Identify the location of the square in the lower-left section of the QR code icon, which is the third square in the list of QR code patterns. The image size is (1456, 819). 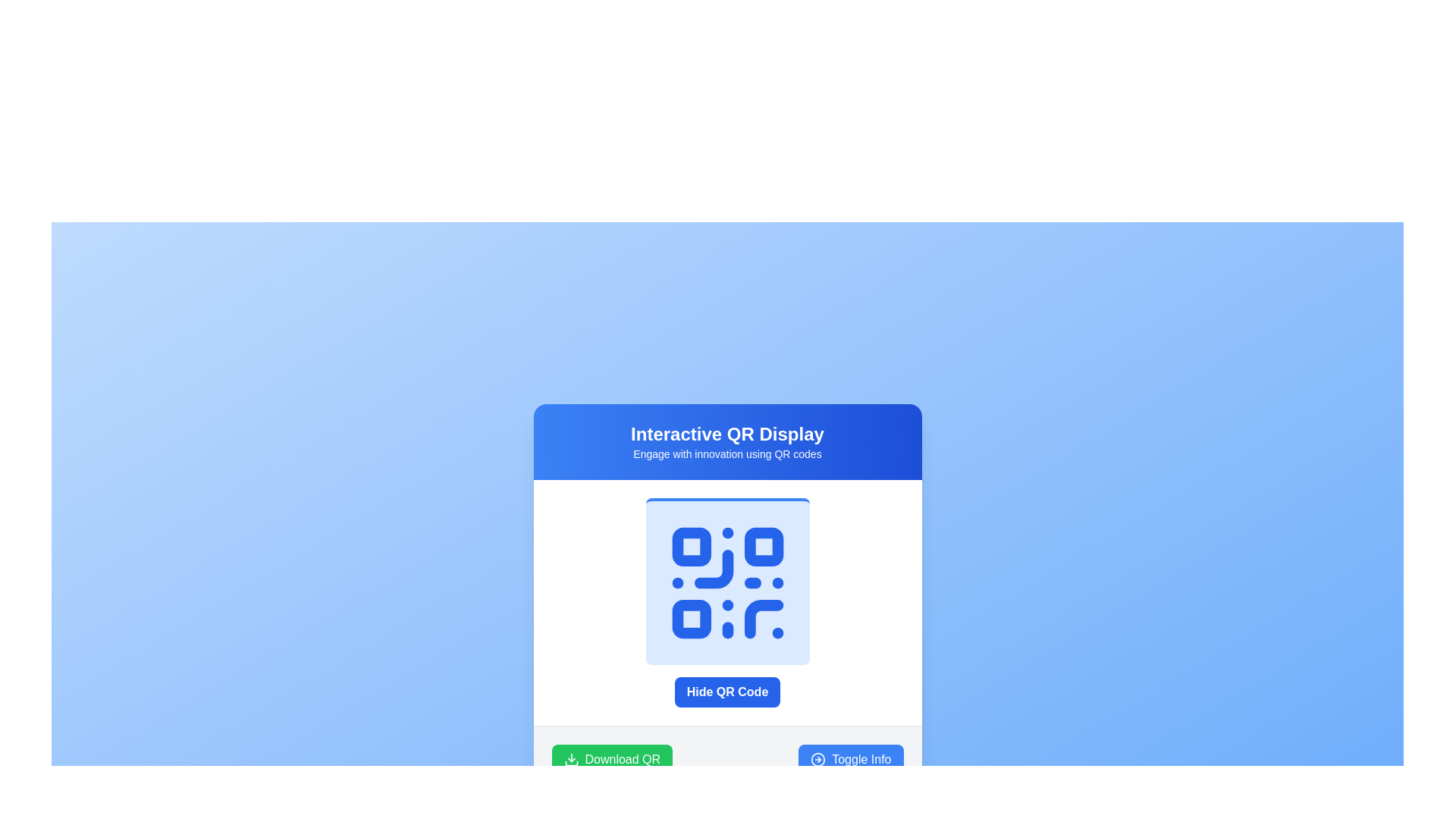
(690, 619).